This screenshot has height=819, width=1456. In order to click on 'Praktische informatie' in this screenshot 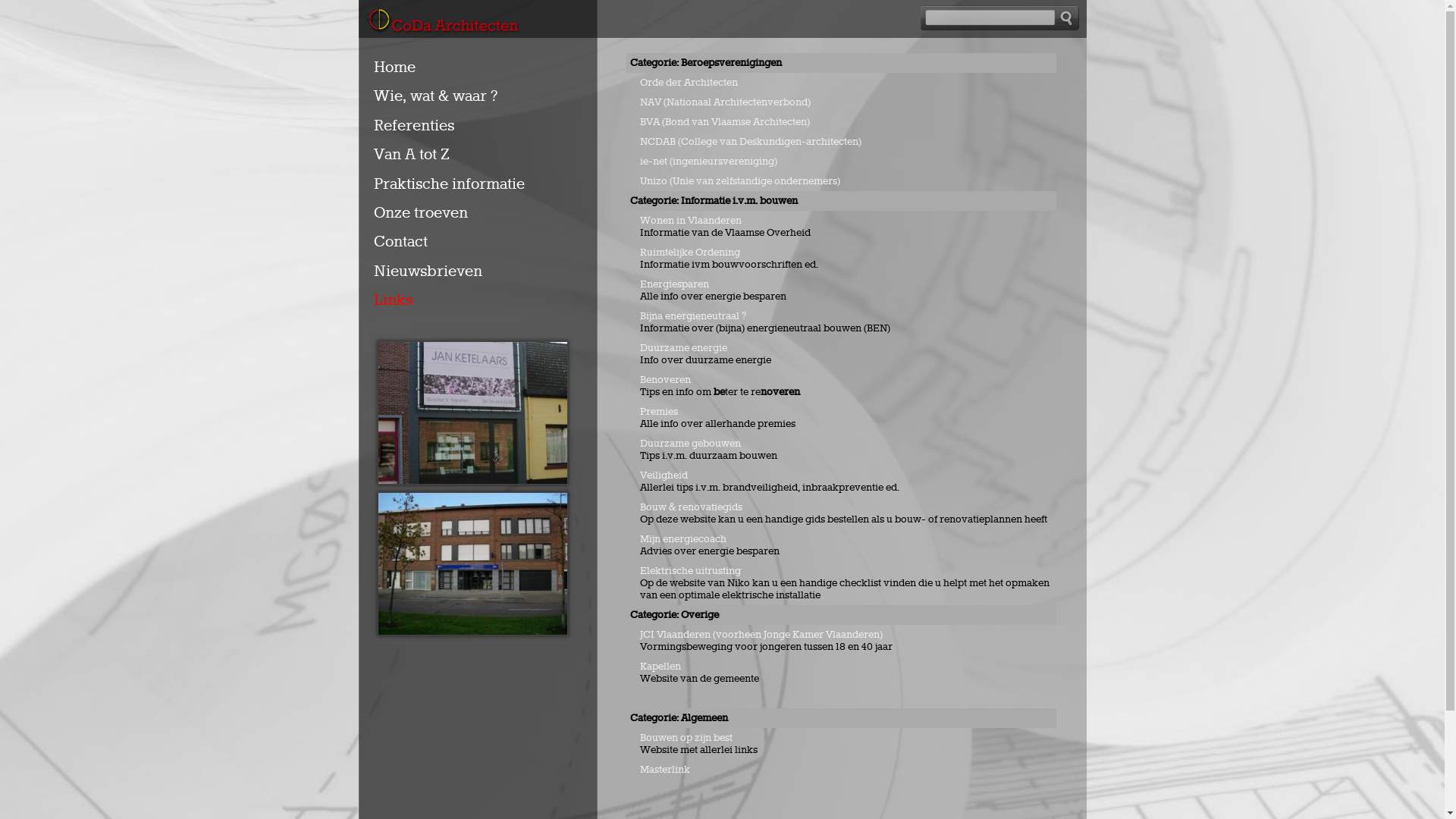, I will do `click(451, 184)`.